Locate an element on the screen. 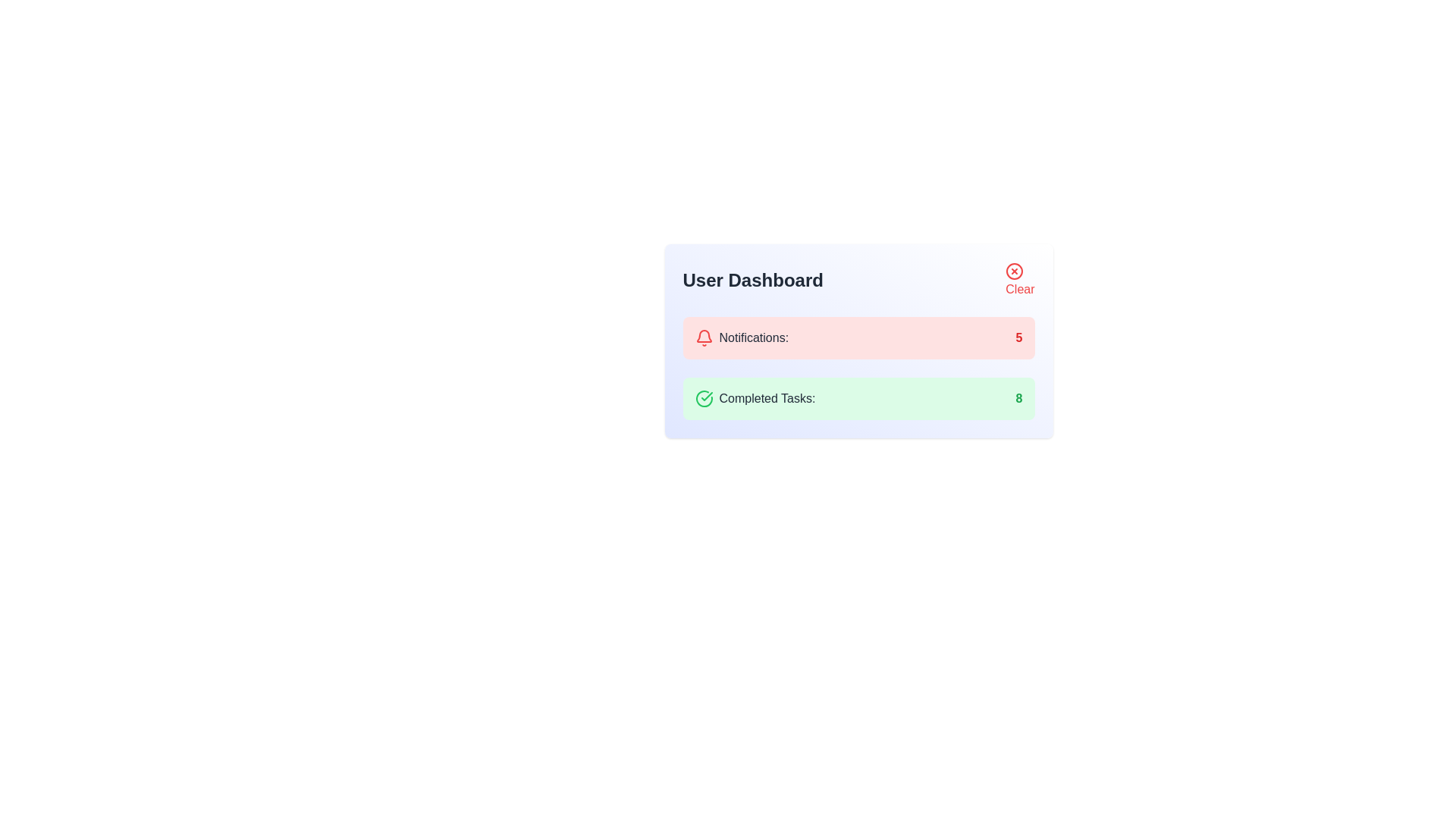 This screenshot has width=1456, height=819. the Text Label indicating the purpose of the notification section, which is located to the right of a red icon and to the left of a bold red number '5' is located at coordinates (754, 337).